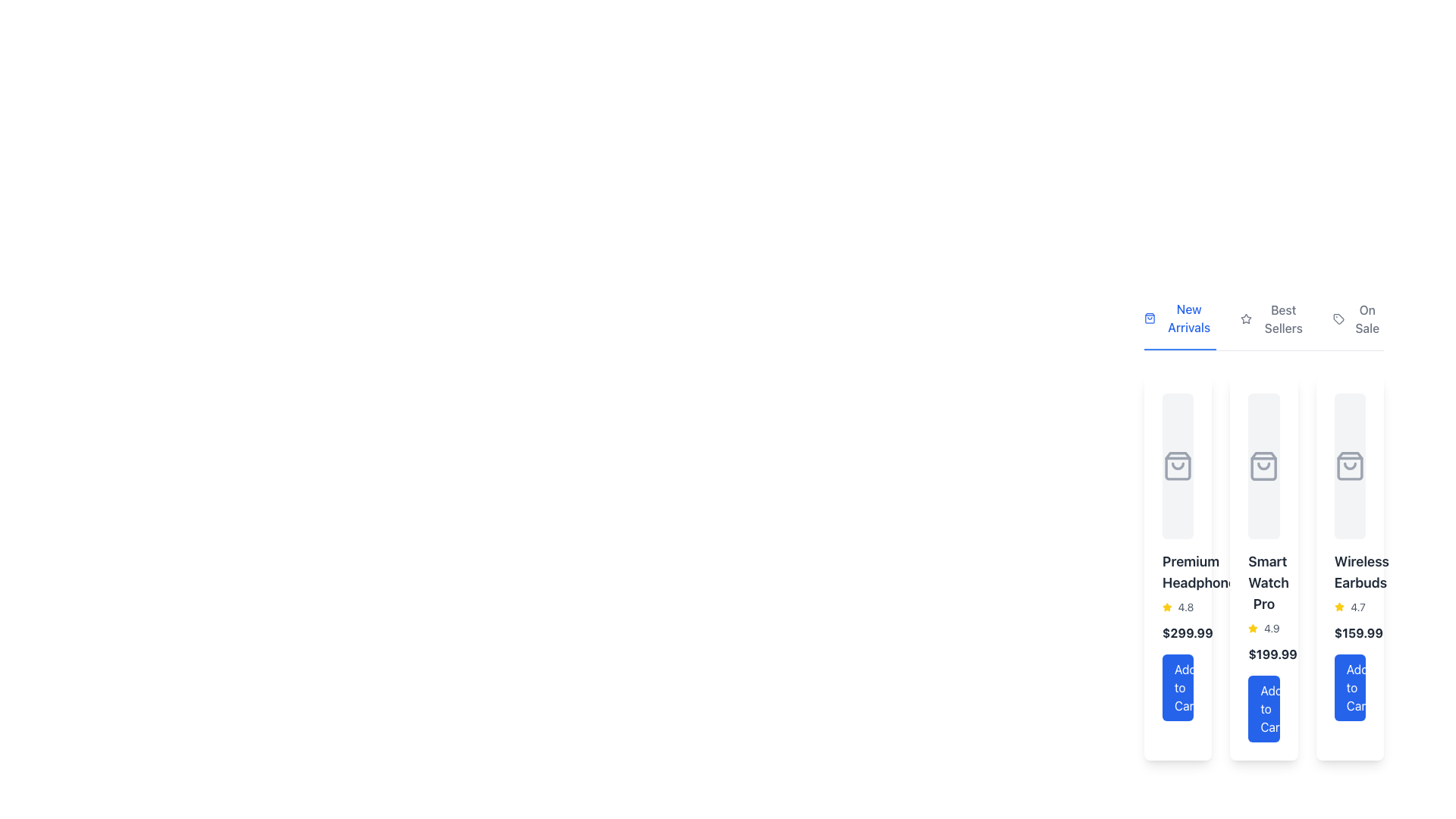  What do you see at coordinates (1350, 687) in the screenshot?
I see `the 'Add to Cart' button for the product 'Wireless Earbuds' to trigger the hover effect` at bounding box center [1350, 687].